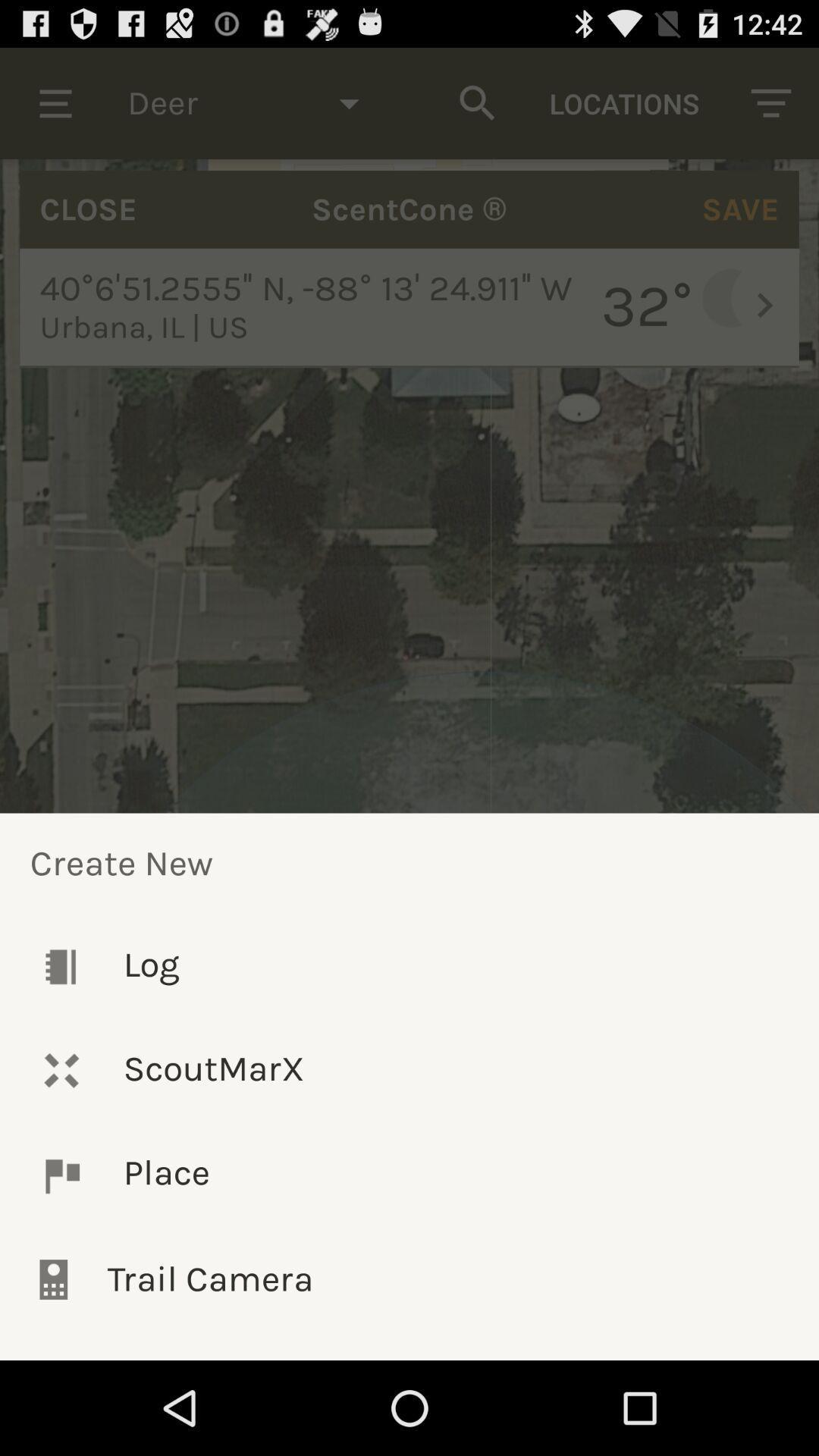 Image resolution: width=819 pixels, height=1456 pixels. Describe the element at coordinates (409, 1175) in the screenshot. I see `the icon below the scoutmarx icon` at that location.